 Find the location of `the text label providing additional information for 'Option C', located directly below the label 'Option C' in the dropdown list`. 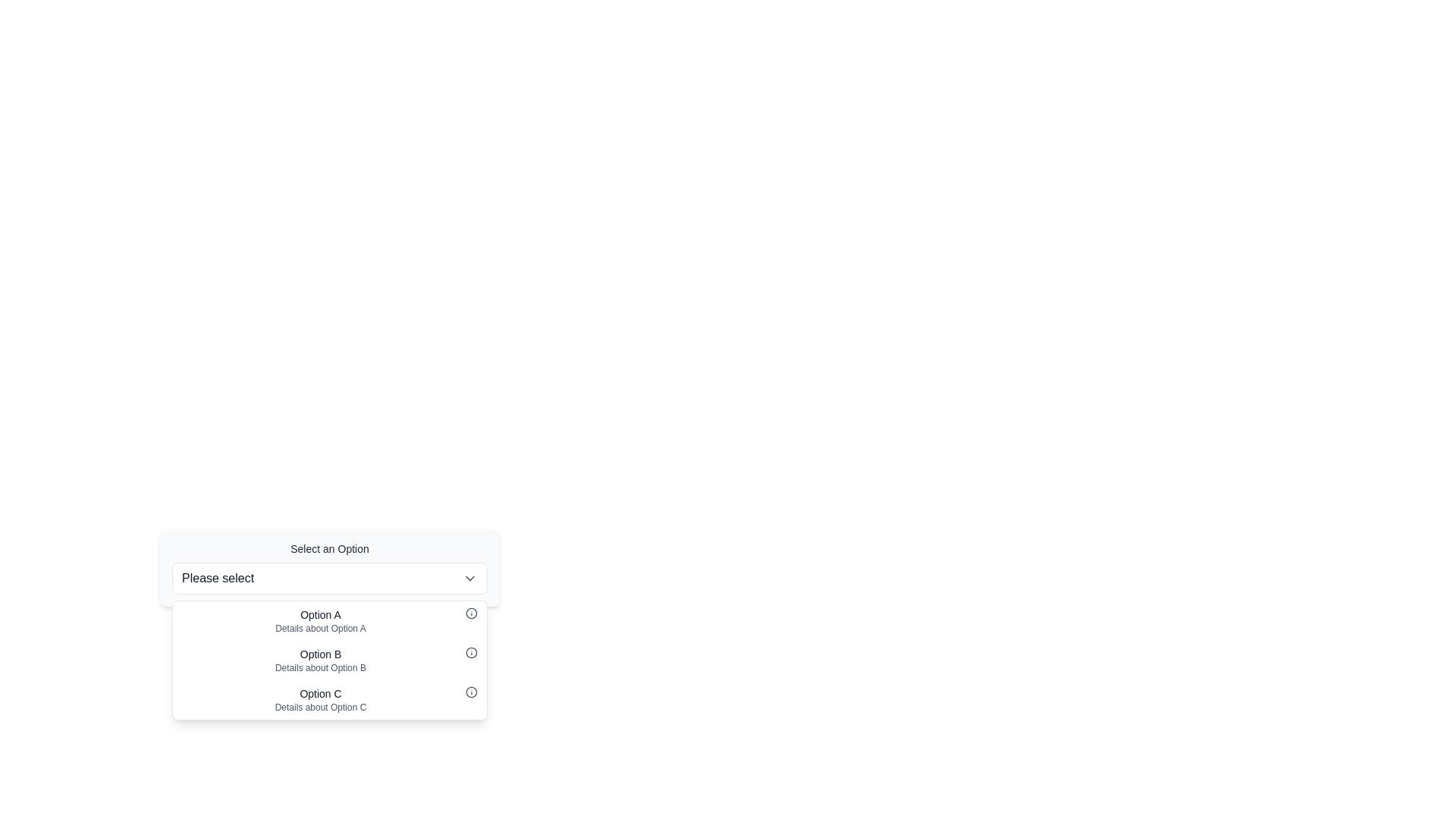

the text label providing additional information for 'Option C', located directly below the label 'Option C' in the dropdown list is located at coordinates (319, 708).